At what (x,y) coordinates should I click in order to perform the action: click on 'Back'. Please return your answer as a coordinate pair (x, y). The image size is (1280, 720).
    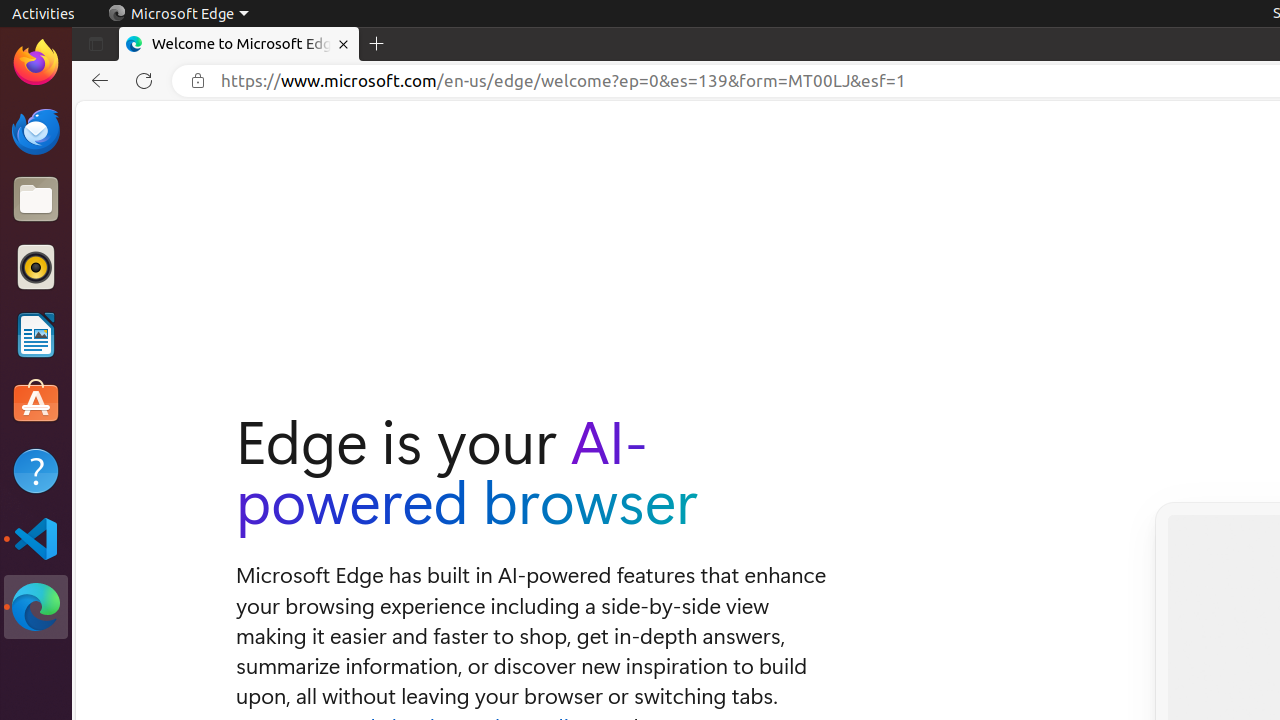
    Looking at the image, I should click on (95, 80).